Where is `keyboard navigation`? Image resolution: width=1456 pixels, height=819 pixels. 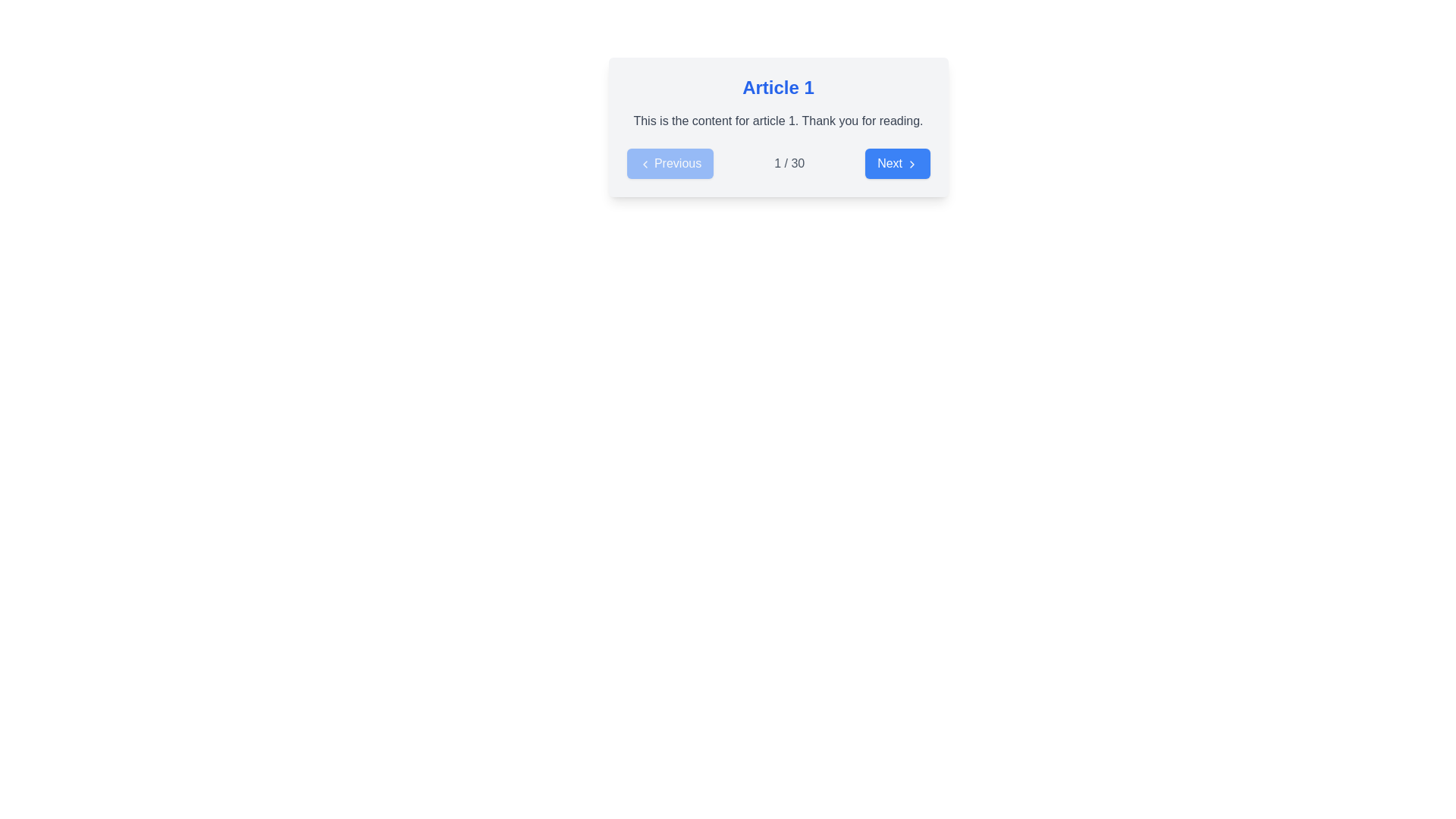
keyboard navigation is located at coordinates (669, 164).